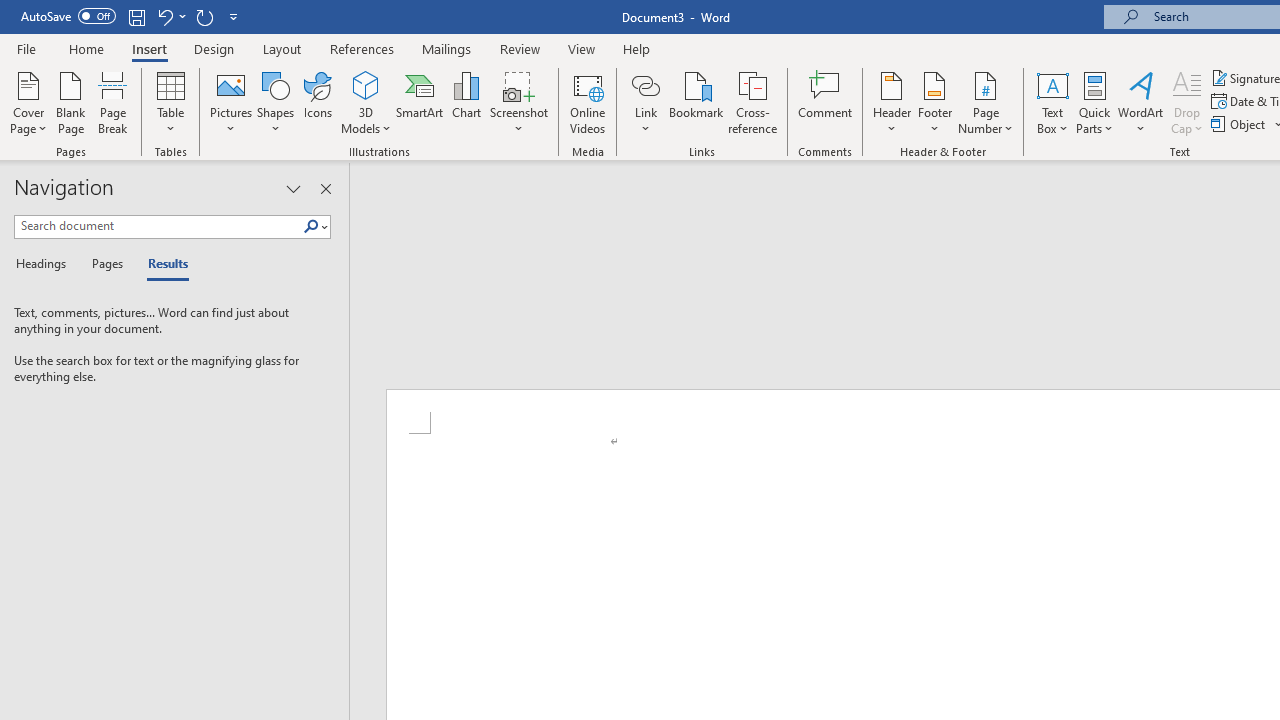 This screenshot has height=720, width=1280. What do you see at coordinates (112, 103) in the screenshot?
I see `'Page Break'` at bounding box center [112, 103].